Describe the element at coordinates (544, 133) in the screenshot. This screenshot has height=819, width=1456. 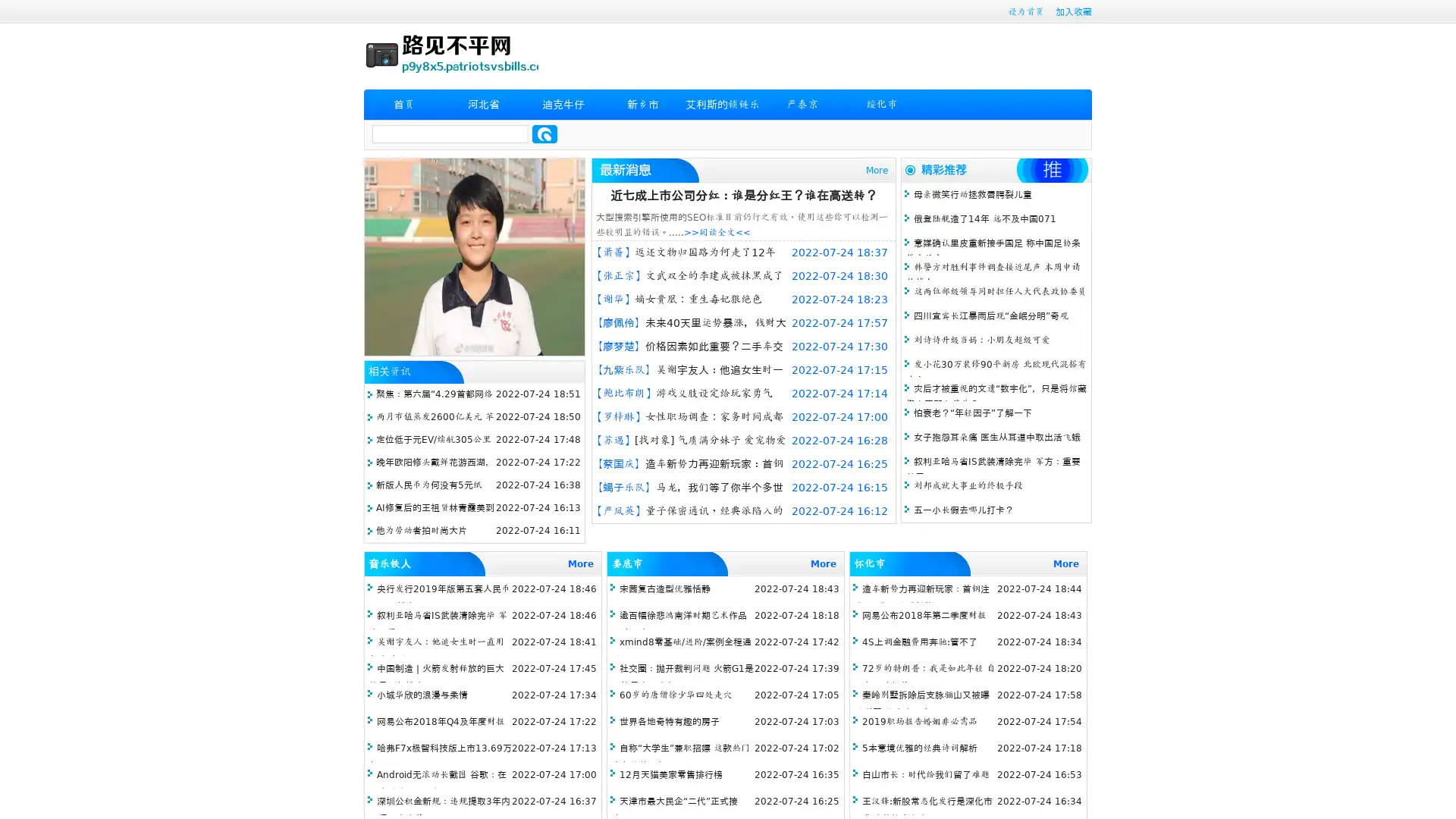
I see `Search` at that location.